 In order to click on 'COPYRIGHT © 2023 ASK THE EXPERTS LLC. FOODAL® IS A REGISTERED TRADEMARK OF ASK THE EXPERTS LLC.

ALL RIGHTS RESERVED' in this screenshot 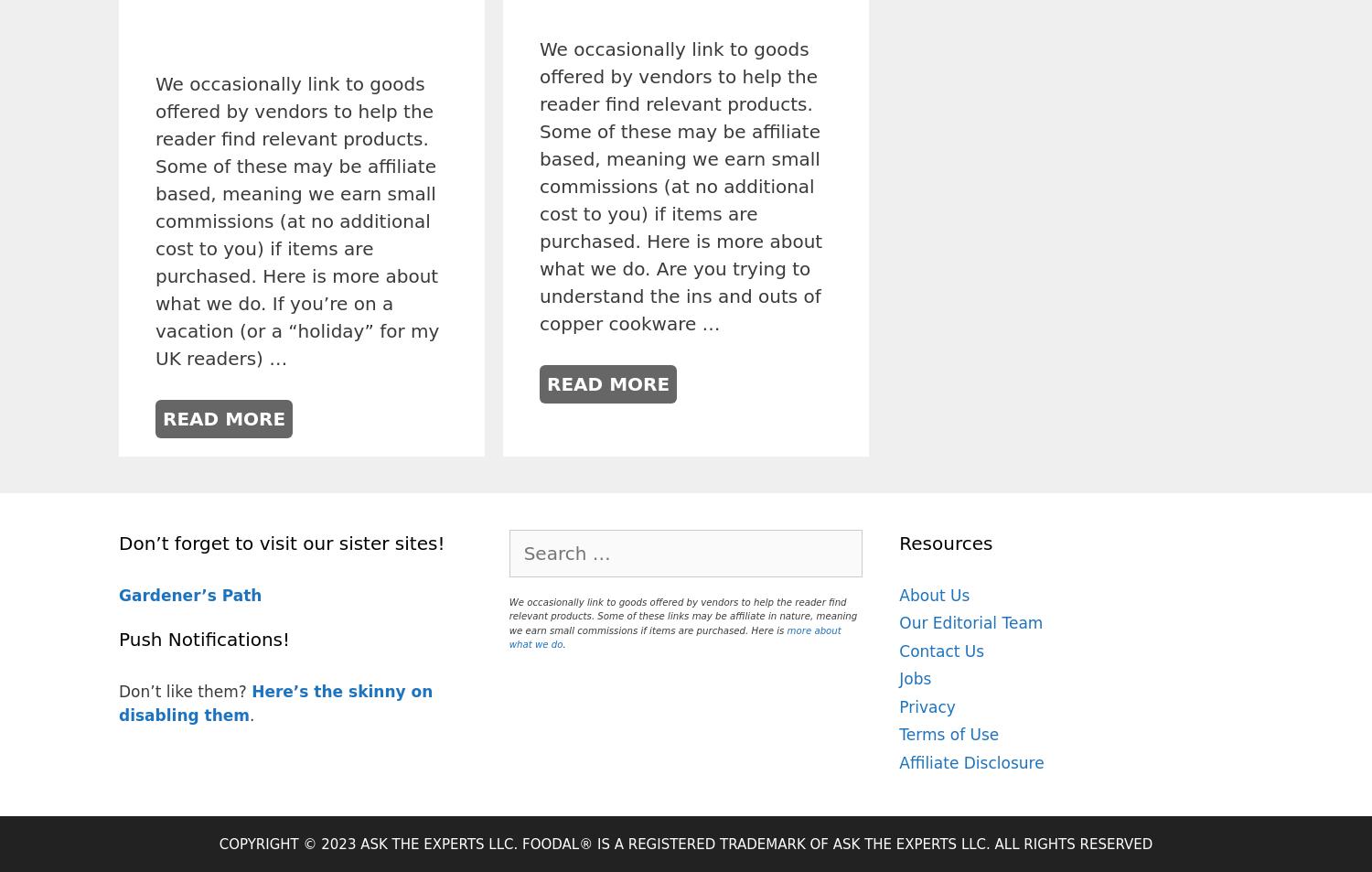, I will do `click(684, 844)`.